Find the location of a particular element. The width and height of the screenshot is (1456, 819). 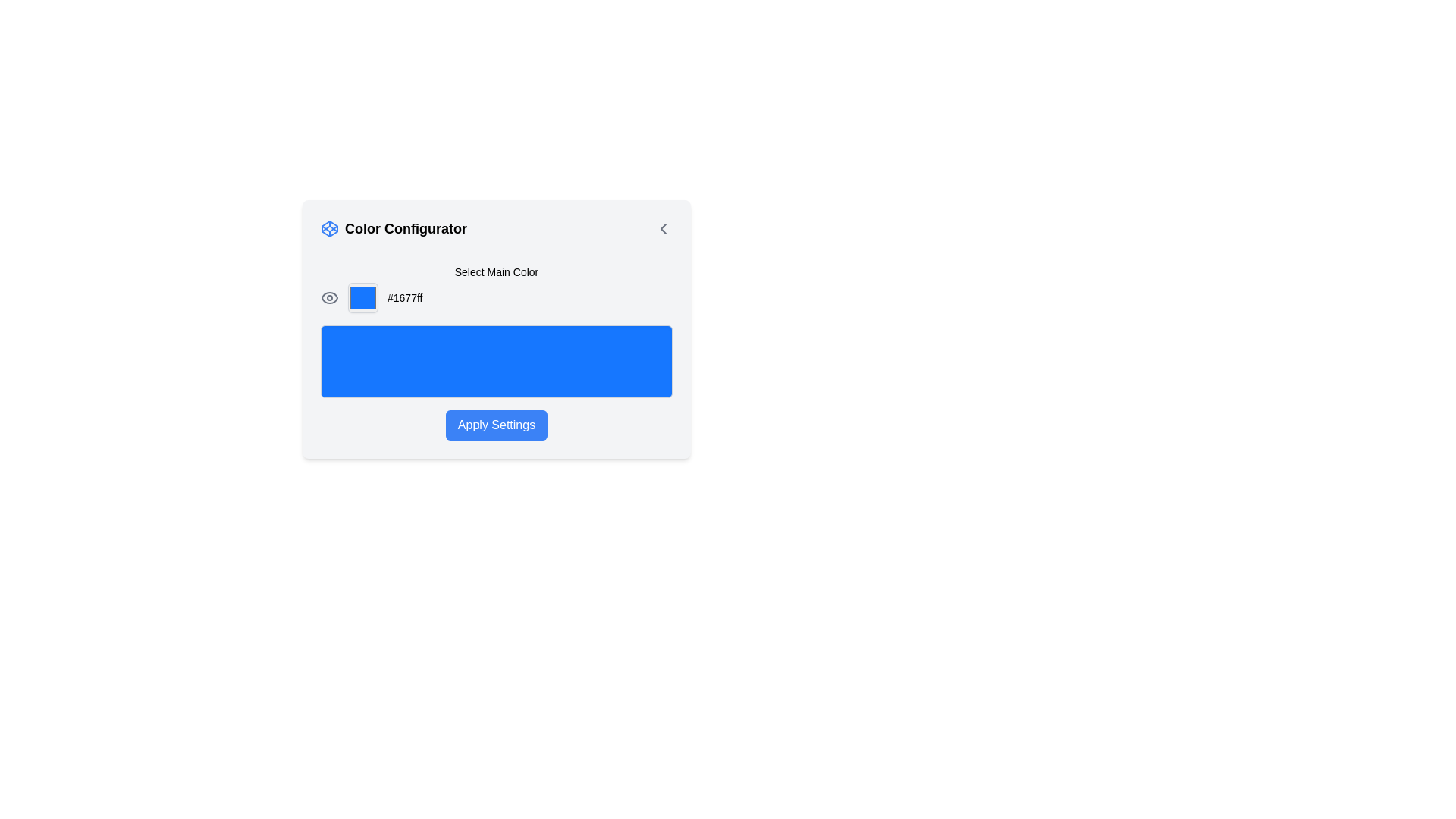

the color display box showing the color '#1677ff' is located at coordinates (496, 298).